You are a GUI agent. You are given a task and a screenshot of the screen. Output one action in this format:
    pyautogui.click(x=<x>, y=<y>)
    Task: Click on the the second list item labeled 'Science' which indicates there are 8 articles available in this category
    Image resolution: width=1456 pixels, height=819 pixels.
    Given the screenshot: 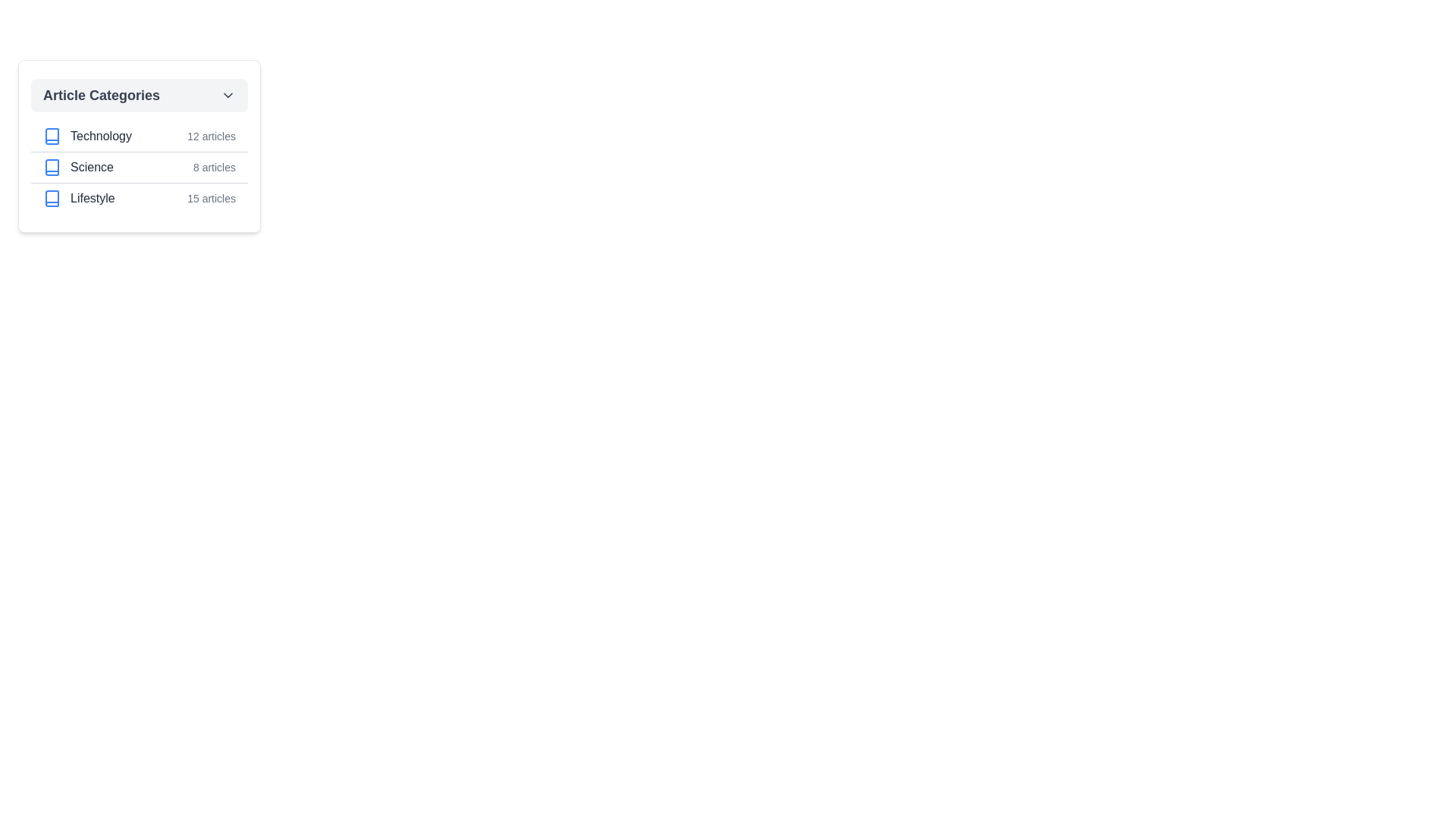 What is the action you would take?
    pyautogui.click(x=152, y=167)
    